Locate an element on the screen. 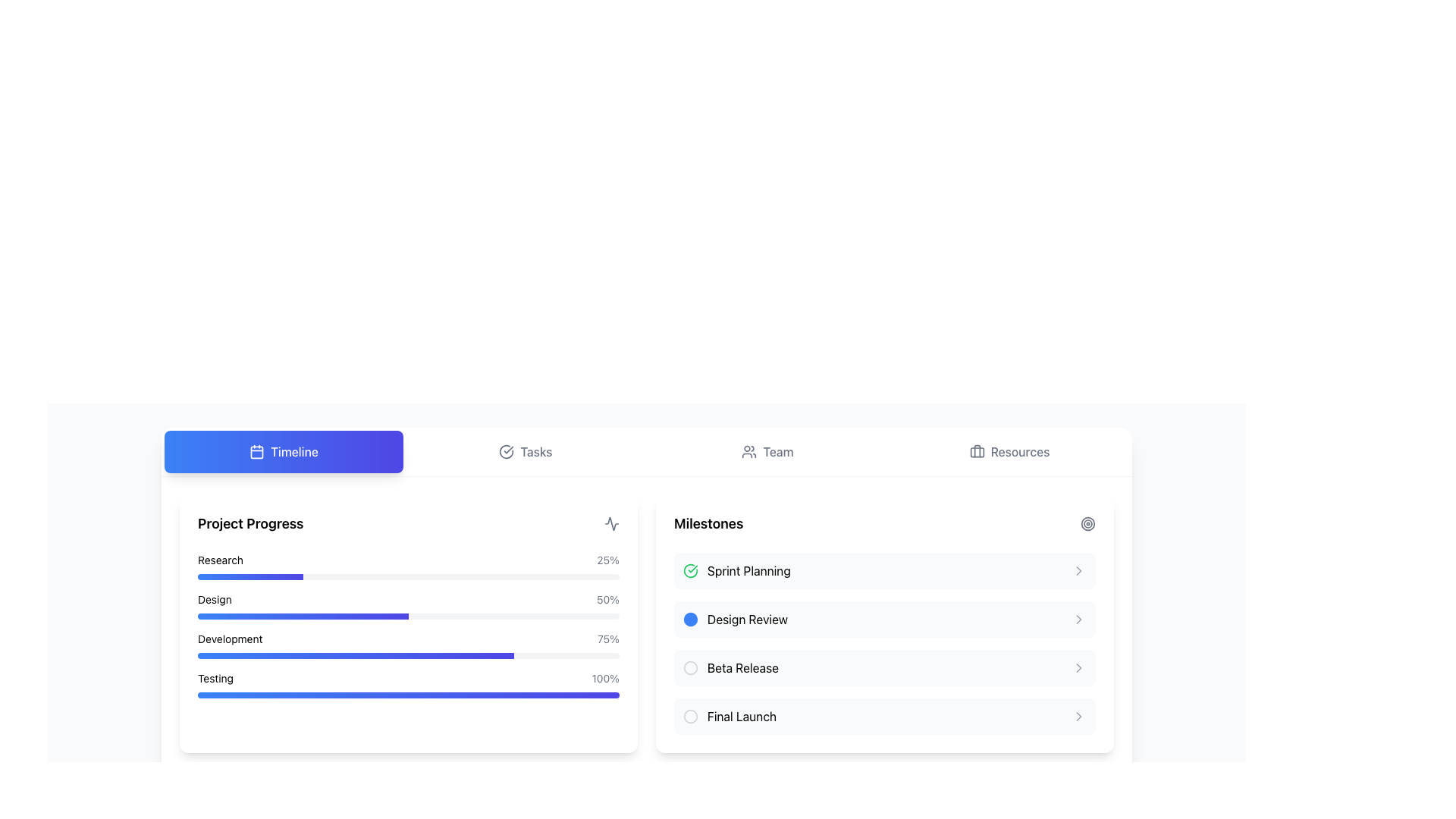 The height and width of the screenshot is (819, 1456). the 'Team' tab in the Navigation Tab, which is the third option in a group of four tabs, positioned between 'Tasks' and 'Resources' is located at coordinates (767, 451).